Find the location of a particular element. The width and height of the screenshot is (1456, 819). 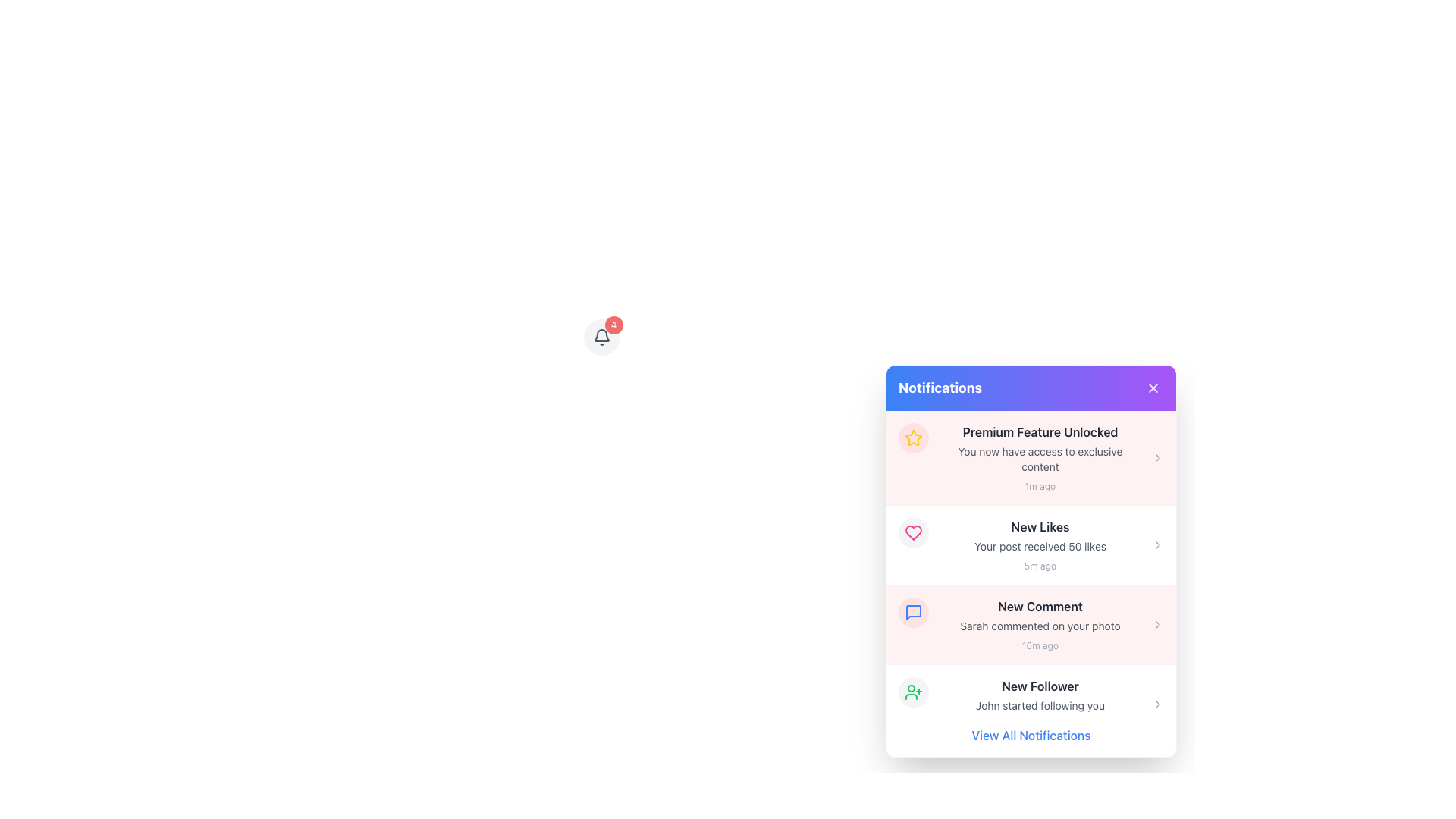

the button at the bottom of the notification panel is located at coordinates (1031, 734).